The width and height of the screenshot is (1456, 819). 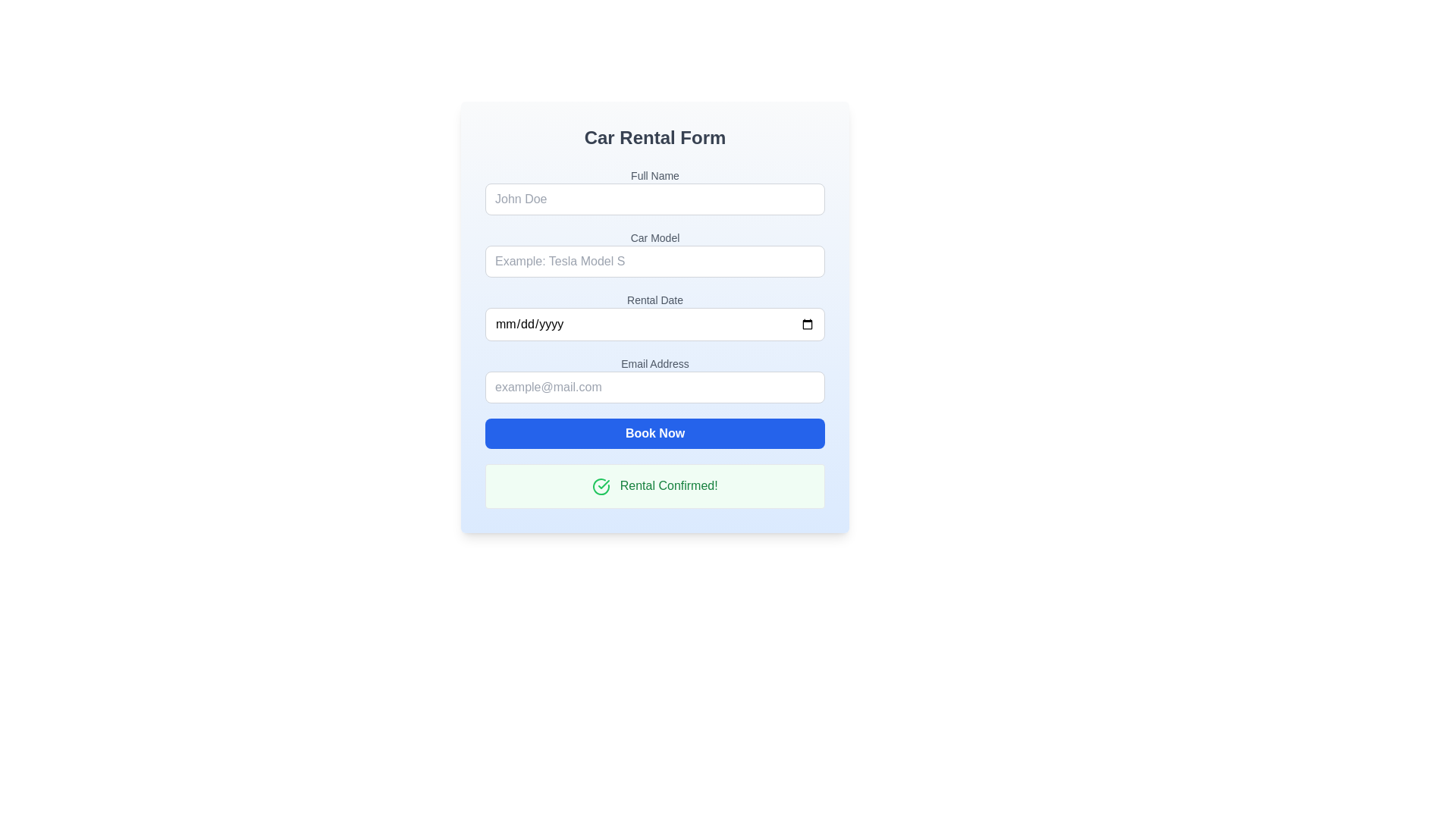 I want to click on the Checkmark within Circle icon that indicates successful confirmation of the car rental booking, located to the left of the 'Rental Confirmed!' message, so click(x=603, y=484).